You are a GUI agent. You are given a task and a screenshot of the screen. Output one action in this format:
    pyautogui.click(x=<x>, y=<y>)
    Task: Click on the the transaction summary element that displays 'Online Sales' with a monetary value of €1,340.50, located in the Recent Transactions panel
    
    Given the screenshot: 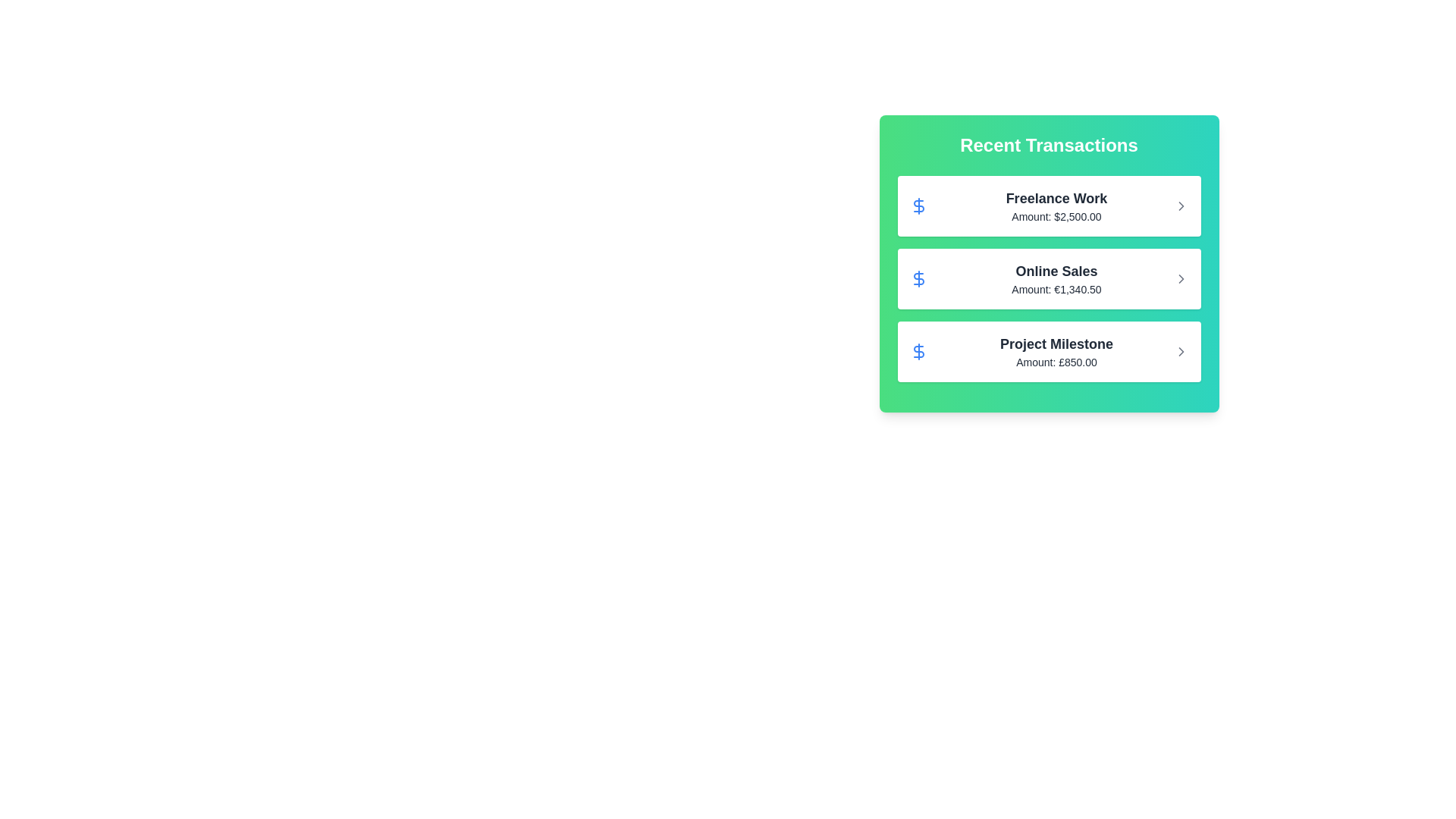 What is the action you would take?
    pyautogui.click(x=1056, y=278)
    